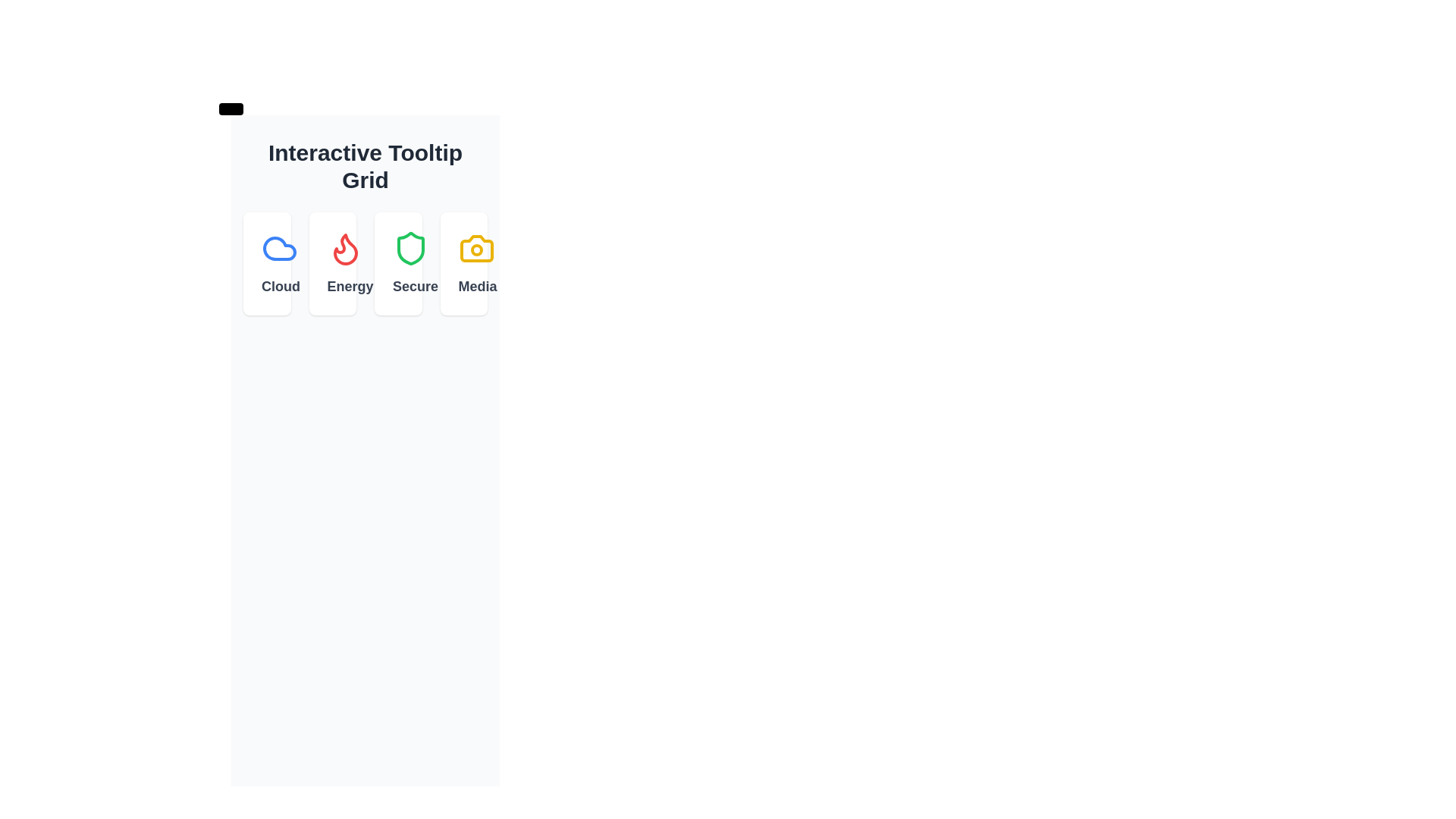 The height and width of the screenshot is (819, 1456). Describe the element at coordinates (463, 287) in the screenshot. I see `the 'Media' text label located in the second row of the grid, which is the fourth item from the left, positioned below the camera icon` at that location.